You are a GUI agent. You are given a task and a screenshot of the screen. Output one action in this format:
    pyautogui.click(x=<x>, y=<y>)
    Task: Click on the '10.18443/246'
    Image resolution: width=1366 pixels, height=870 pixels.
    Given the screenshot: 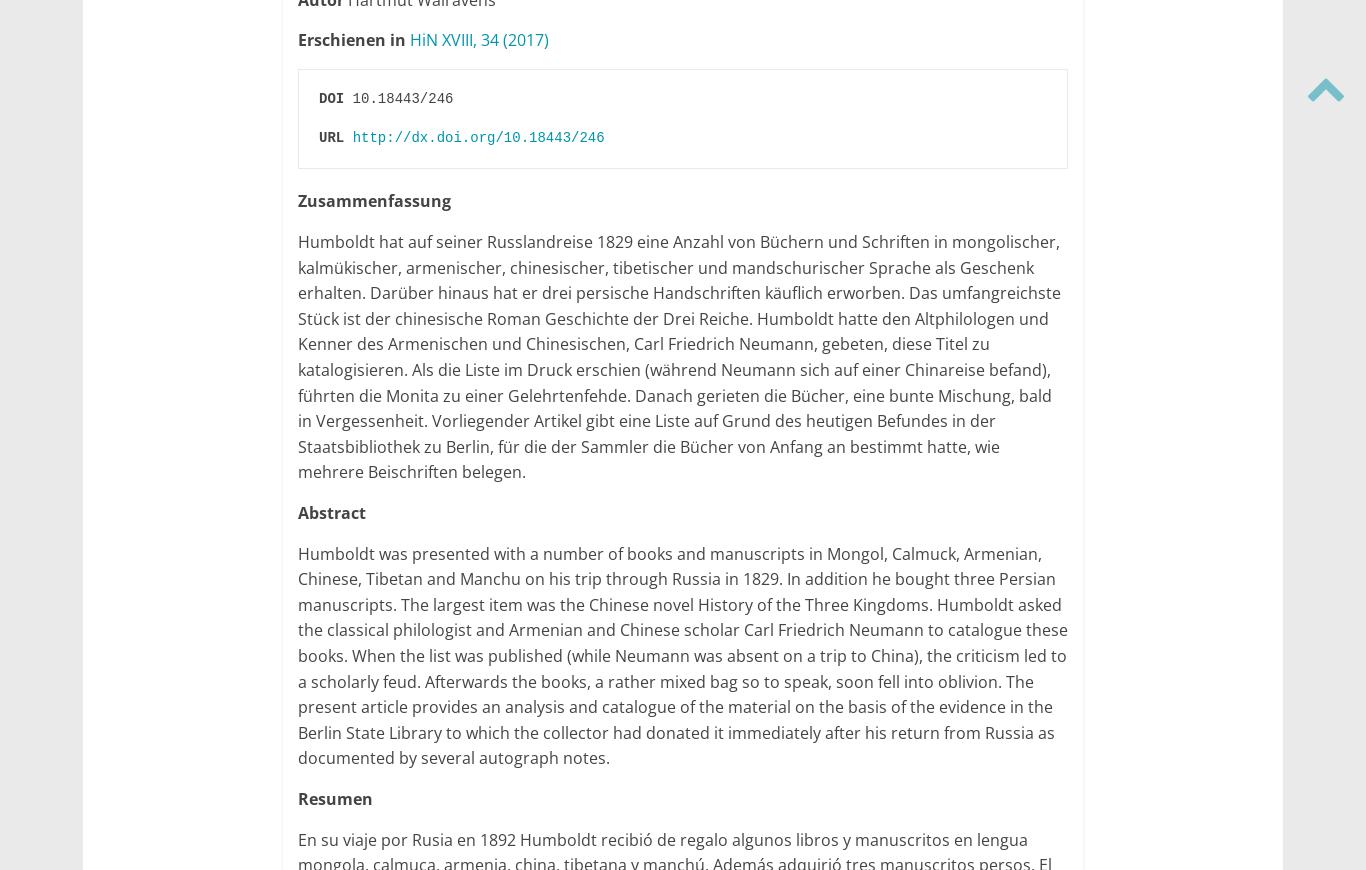 What is the action you would take?
    pyautogui.click(x=342, y=96)
    